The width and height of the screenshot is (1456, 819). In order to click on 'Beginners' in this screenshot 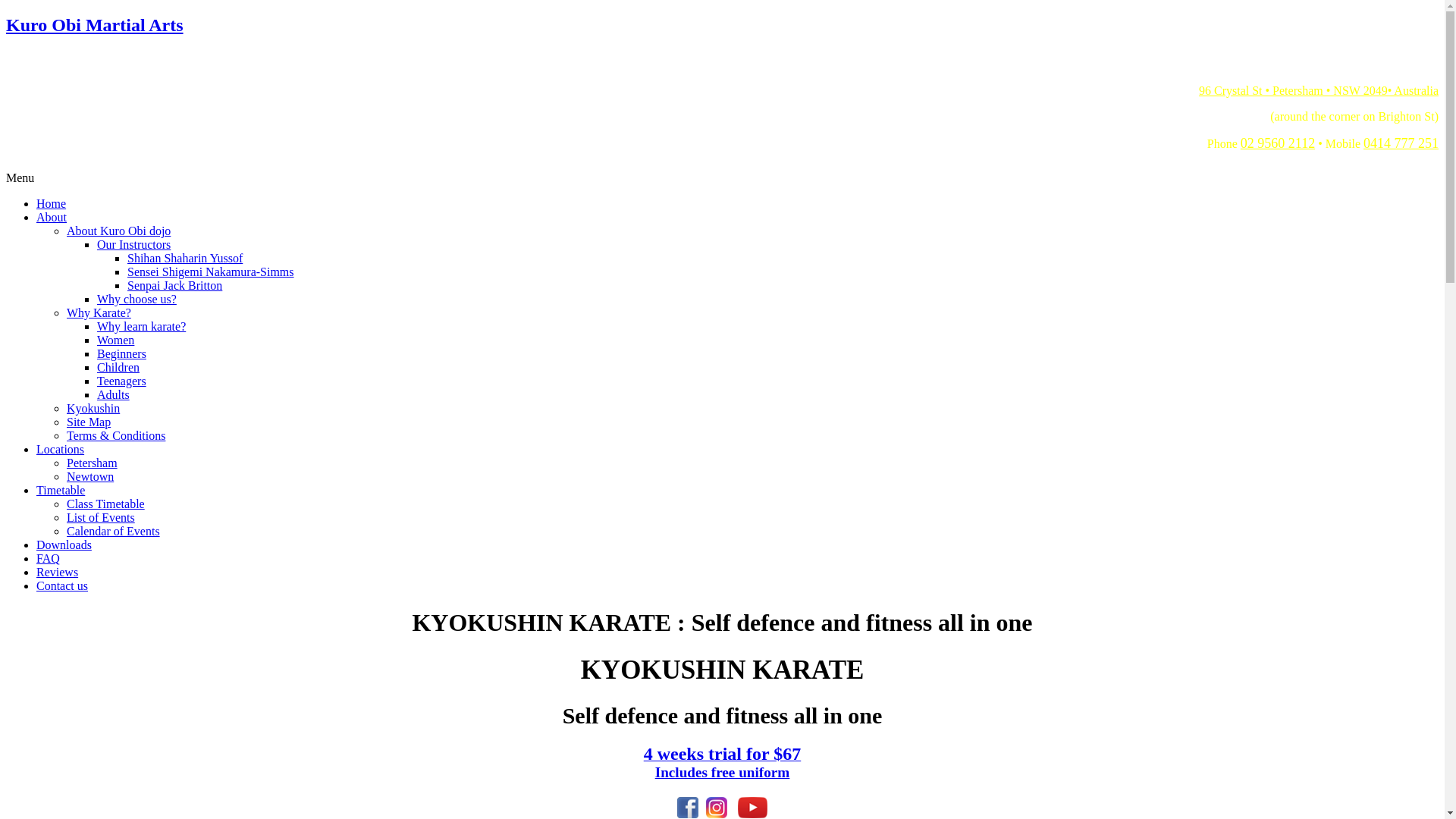, I will do `click(96, 353)`.